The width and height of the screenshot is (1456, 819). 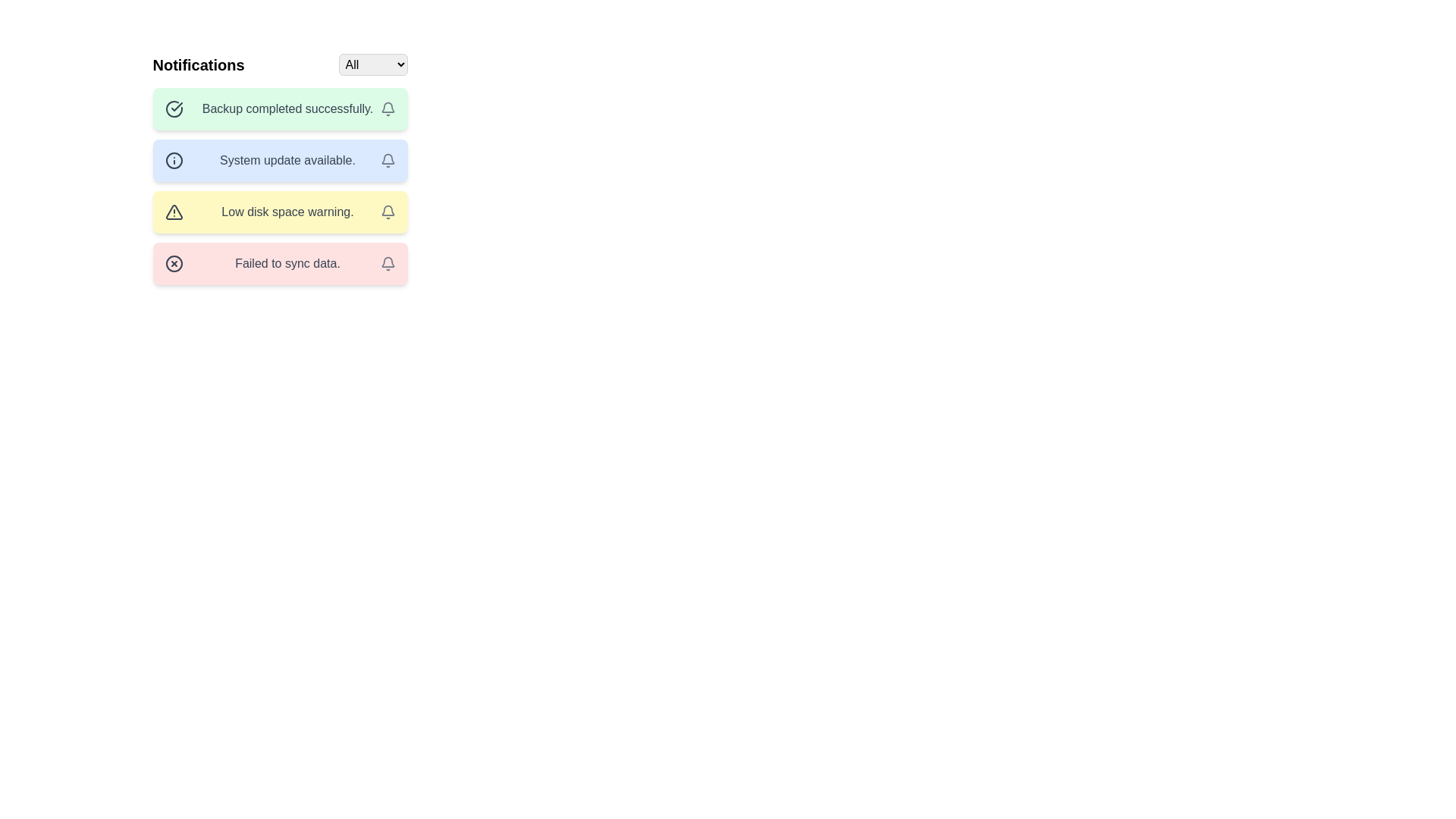 I want to click on the small light gray bell icon located on the far right of the red notification banner that reads 'Failed to sync data.' to interact with it, so click(x=388, y=262).